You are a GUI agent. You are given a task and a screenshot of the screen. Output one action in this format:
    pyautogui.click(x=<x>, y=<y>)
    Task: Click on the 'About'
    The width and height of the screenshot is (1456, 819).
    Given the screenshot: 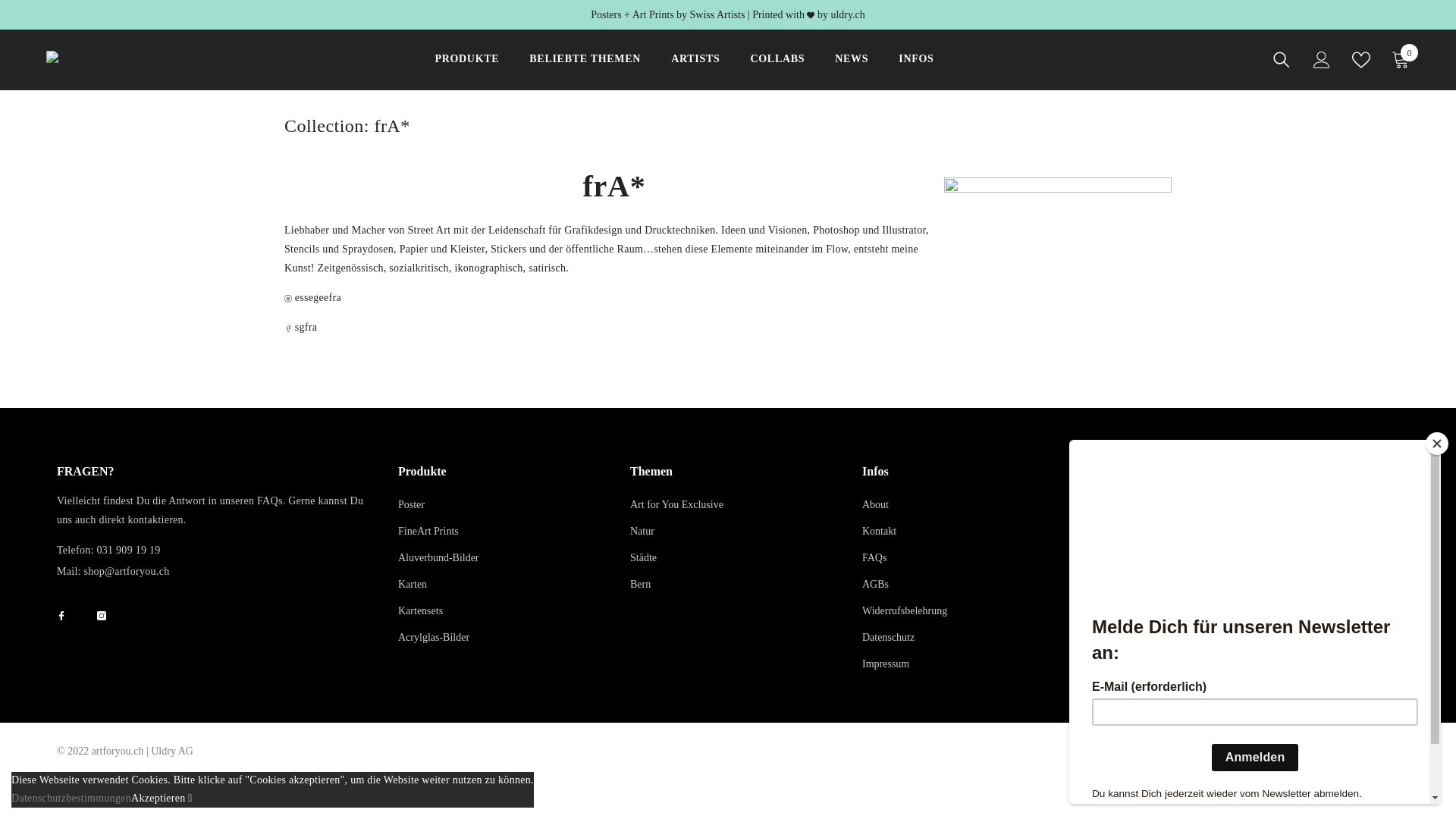 What is the action you would take?
    pyautogui.click(x=875, y=504)
    